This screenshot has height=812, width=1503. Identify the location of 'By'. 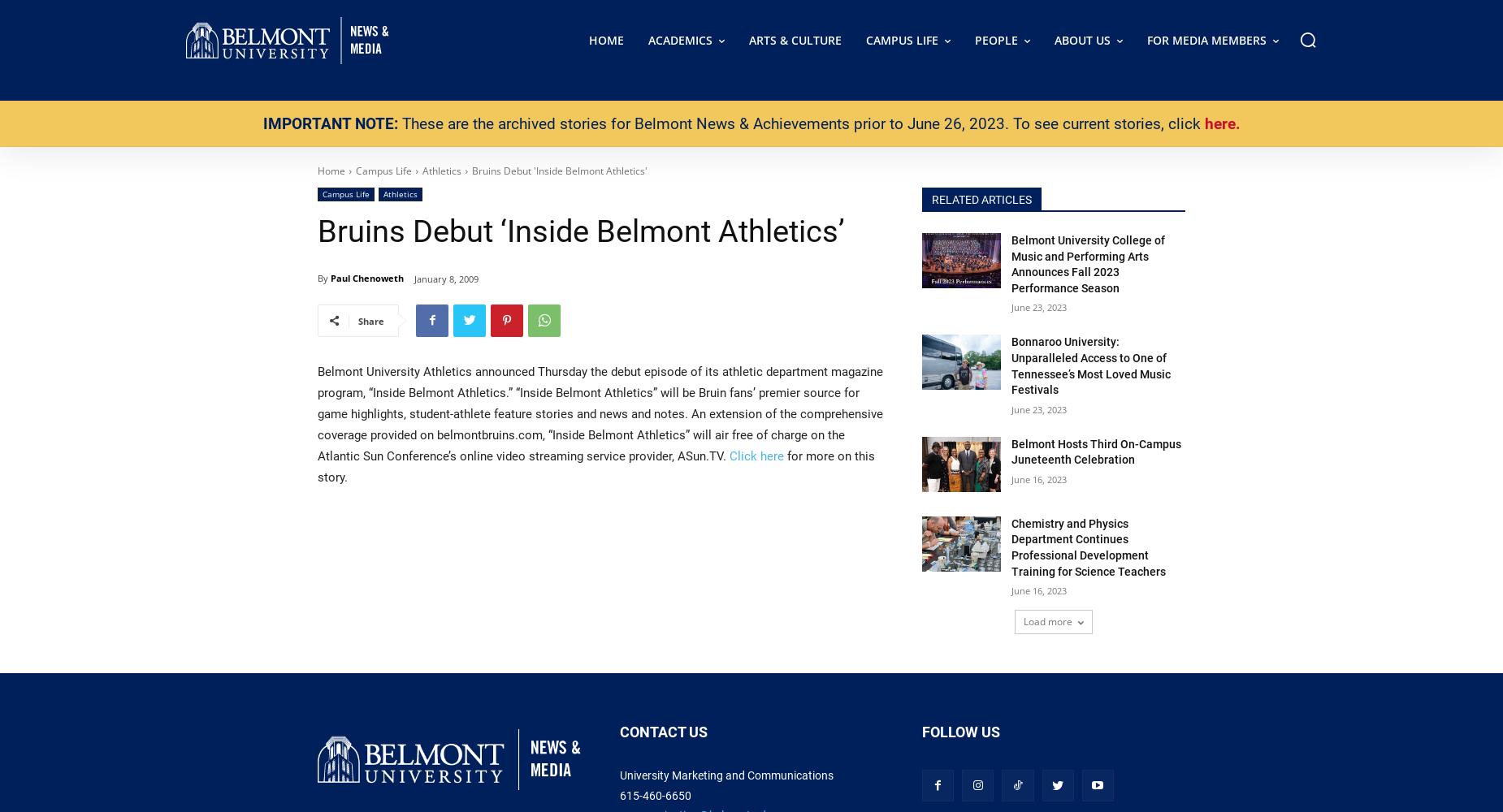
(322, 277).